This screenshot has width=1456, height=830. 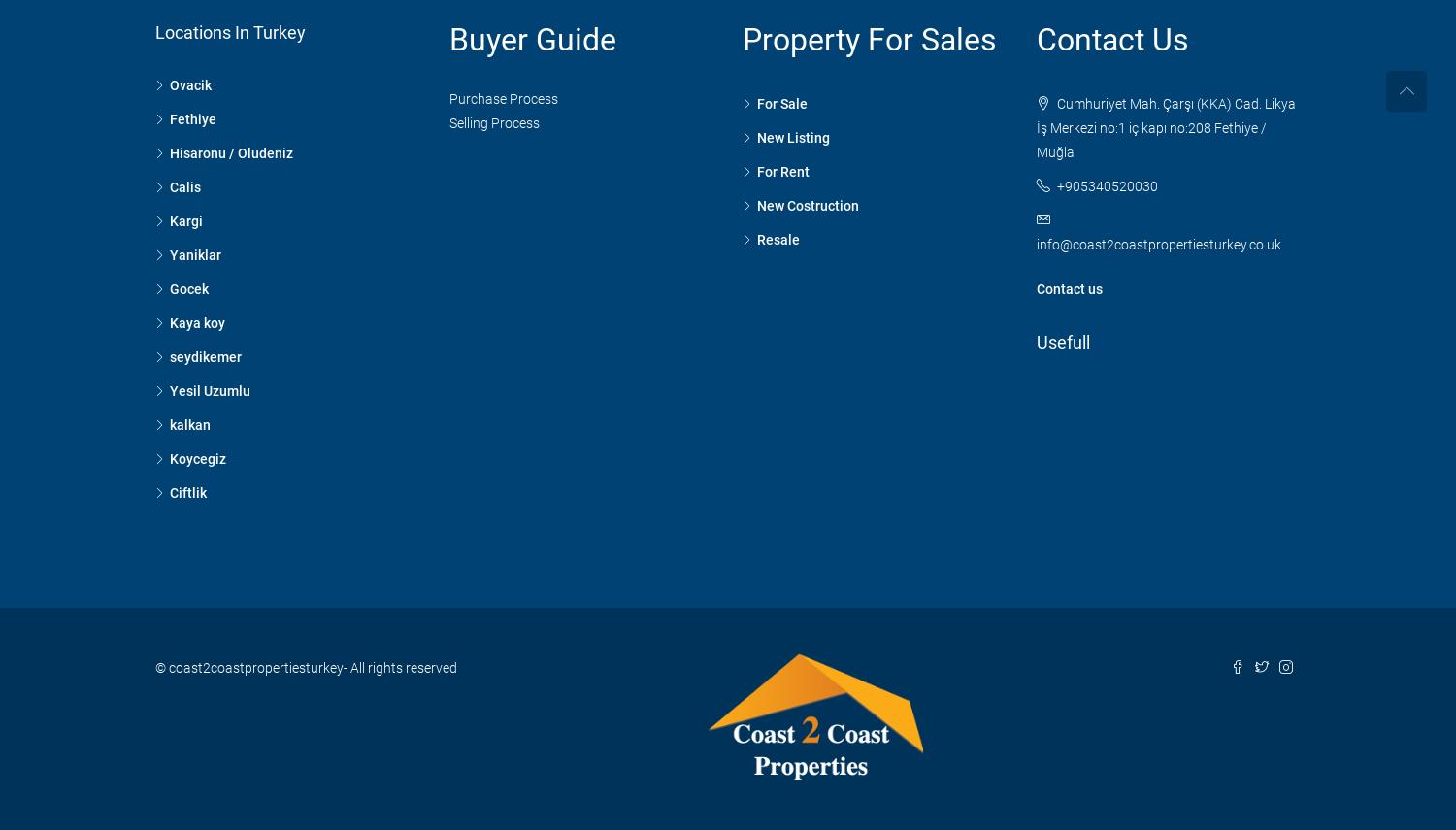 What do you see at coordinates (757, 170) in the screenshot?
I see `'For Rent'` at bounding box center [757, 170].